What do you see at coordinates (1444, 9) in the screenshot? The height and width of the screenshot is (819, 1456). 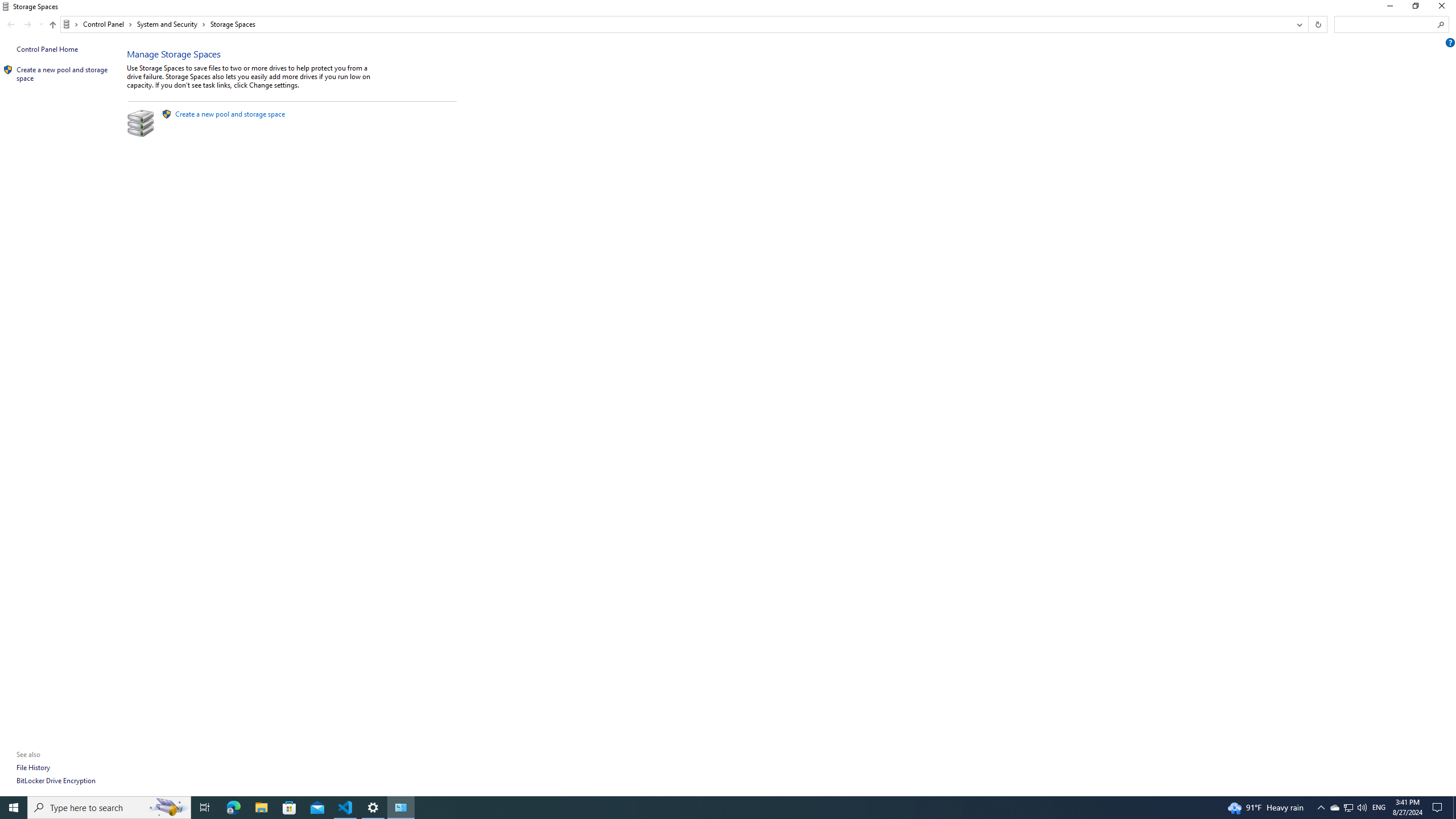 I see `'Close'` at bounding box center [1444, 9].